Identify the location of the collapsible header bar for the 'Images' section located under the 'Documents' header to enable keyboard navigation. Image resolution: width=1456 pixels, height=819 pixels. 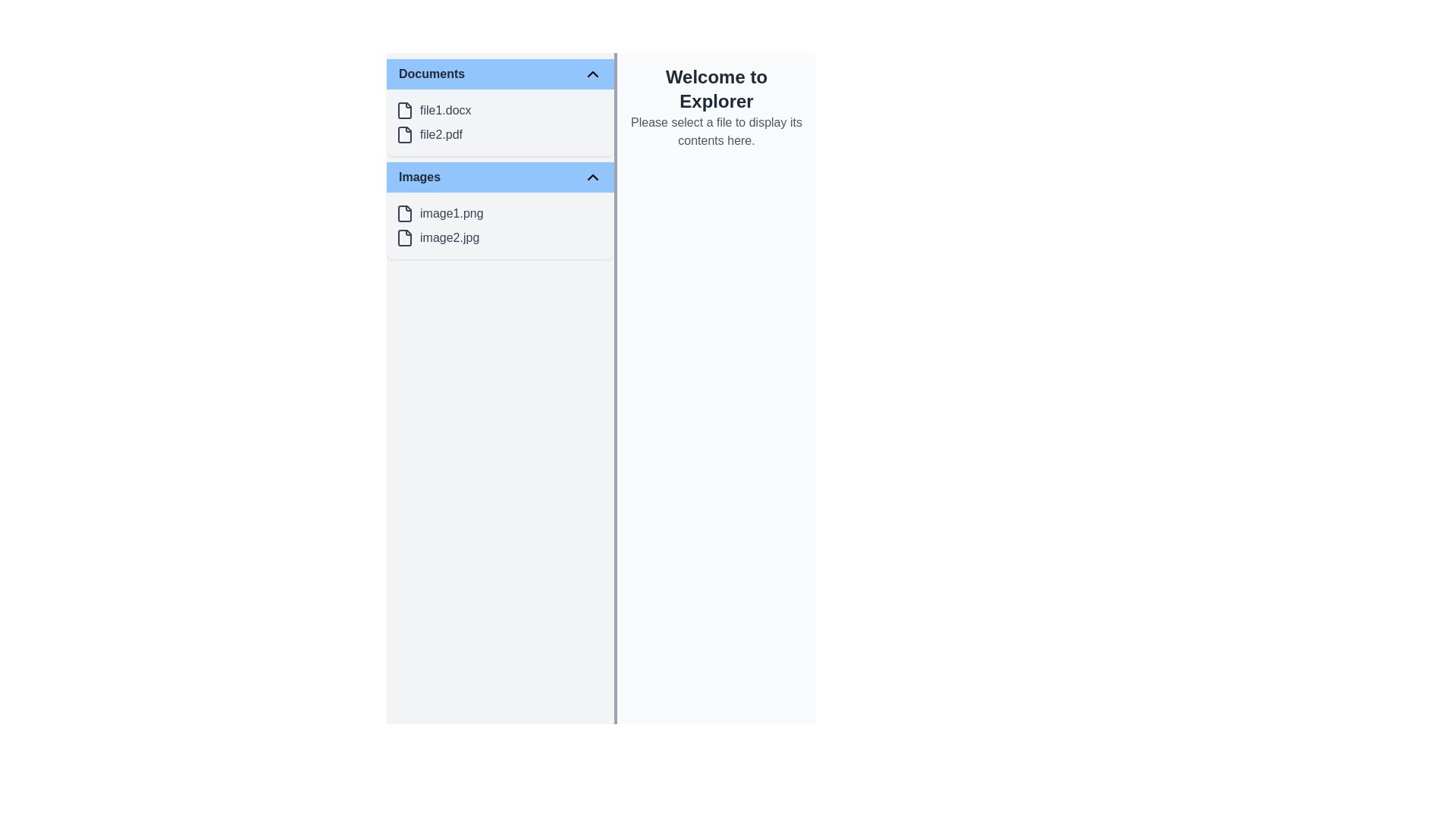
(500, 177).